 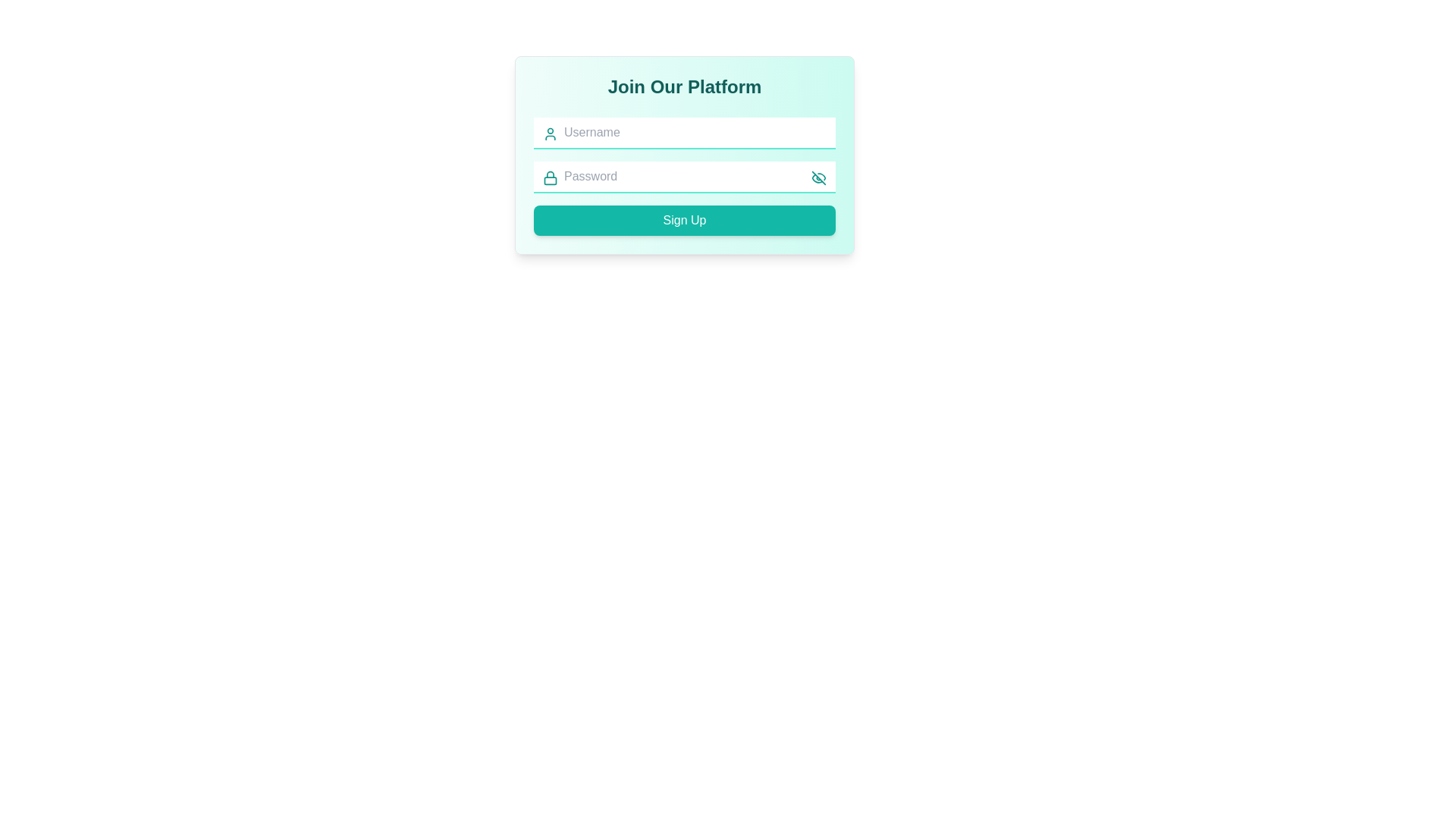 What do you see at coordinates (549, 180) in the screenshot?
I see `the small rectangle with rounded corners located within the lock icon, which is positioned to the left of the 'Password' input field` at bounding box center [549, 180].